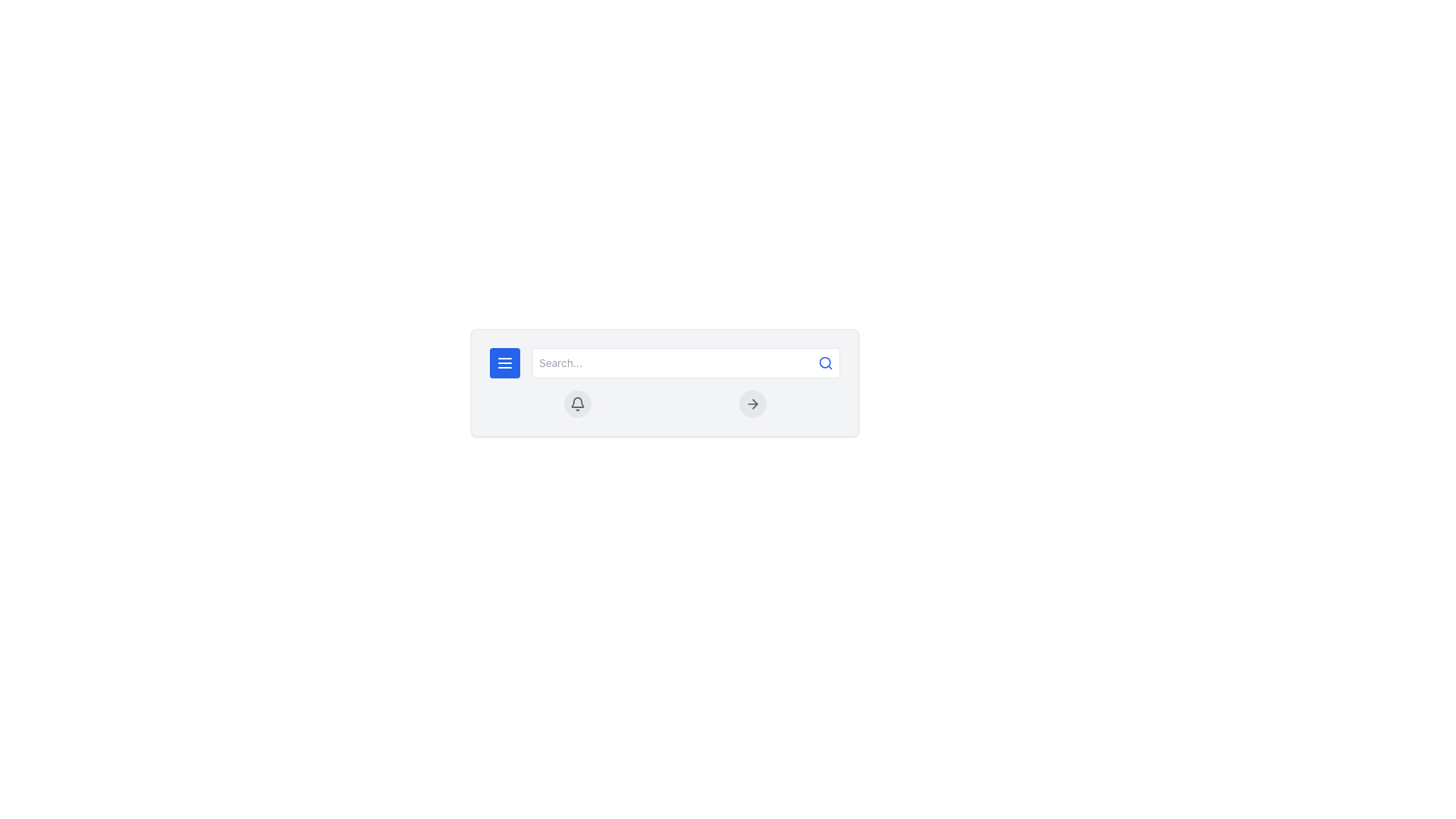 The image size is (1456, 819). What do you see at coordinates (576, 403) in the screenshot?
I see `the notifications trigger button located at the bottom center of the toolbar` at bounding box center [576, 403].